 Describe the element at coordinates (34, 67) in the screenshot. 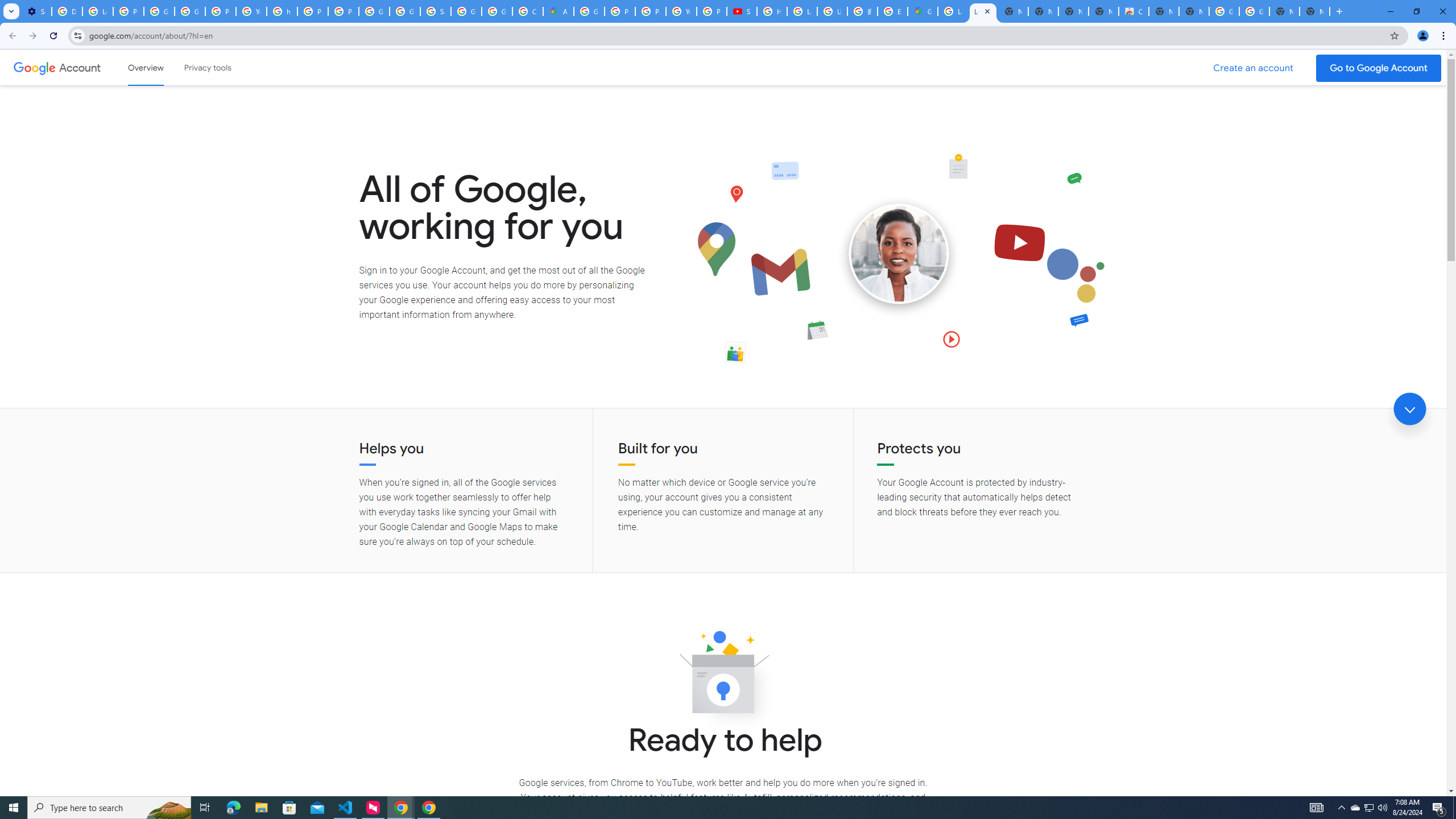

I see `'Google logo'` at that location.